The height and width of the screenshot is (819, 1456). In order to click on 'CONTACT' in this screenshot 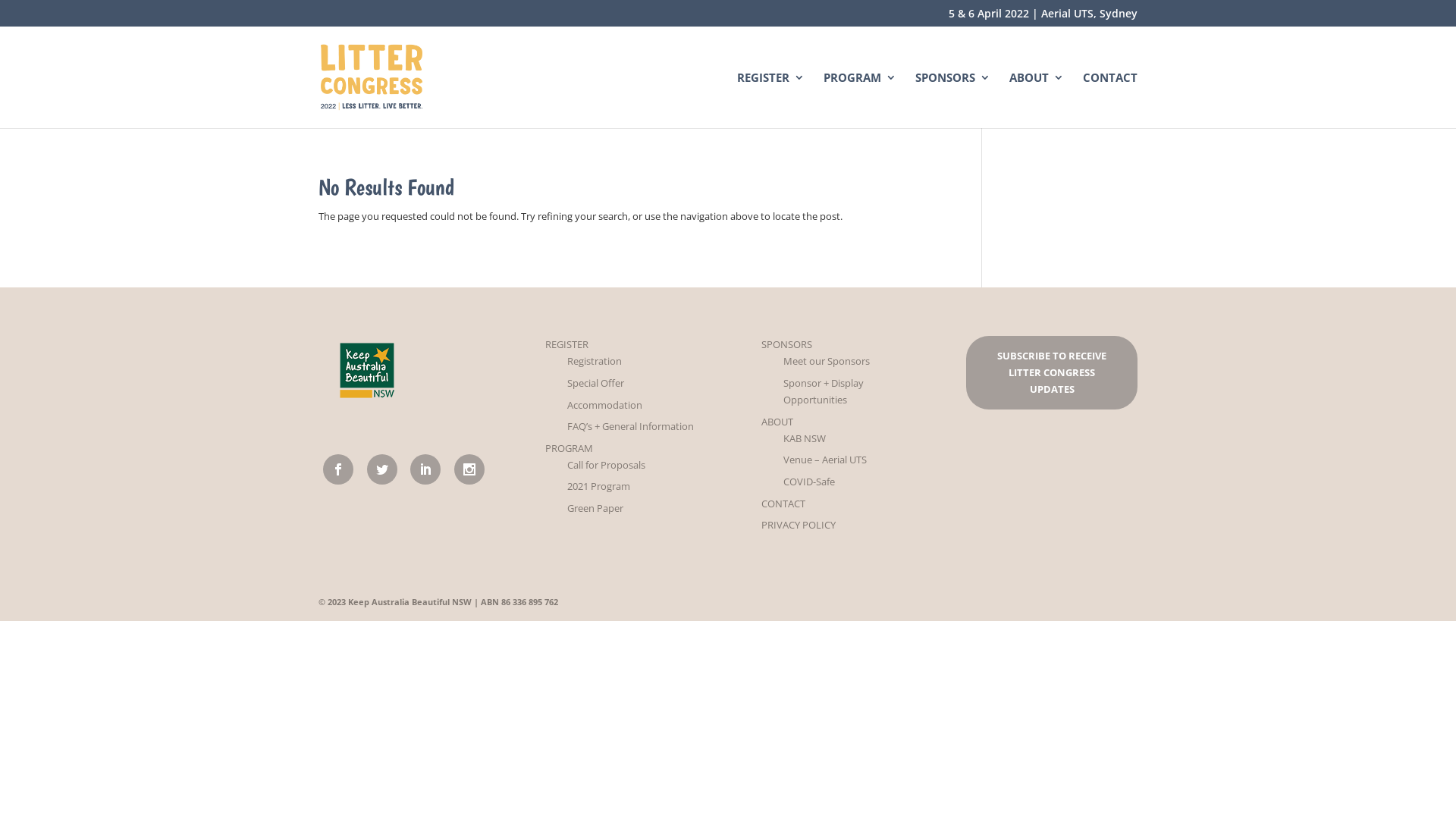, I will do `click(761, 503)`.